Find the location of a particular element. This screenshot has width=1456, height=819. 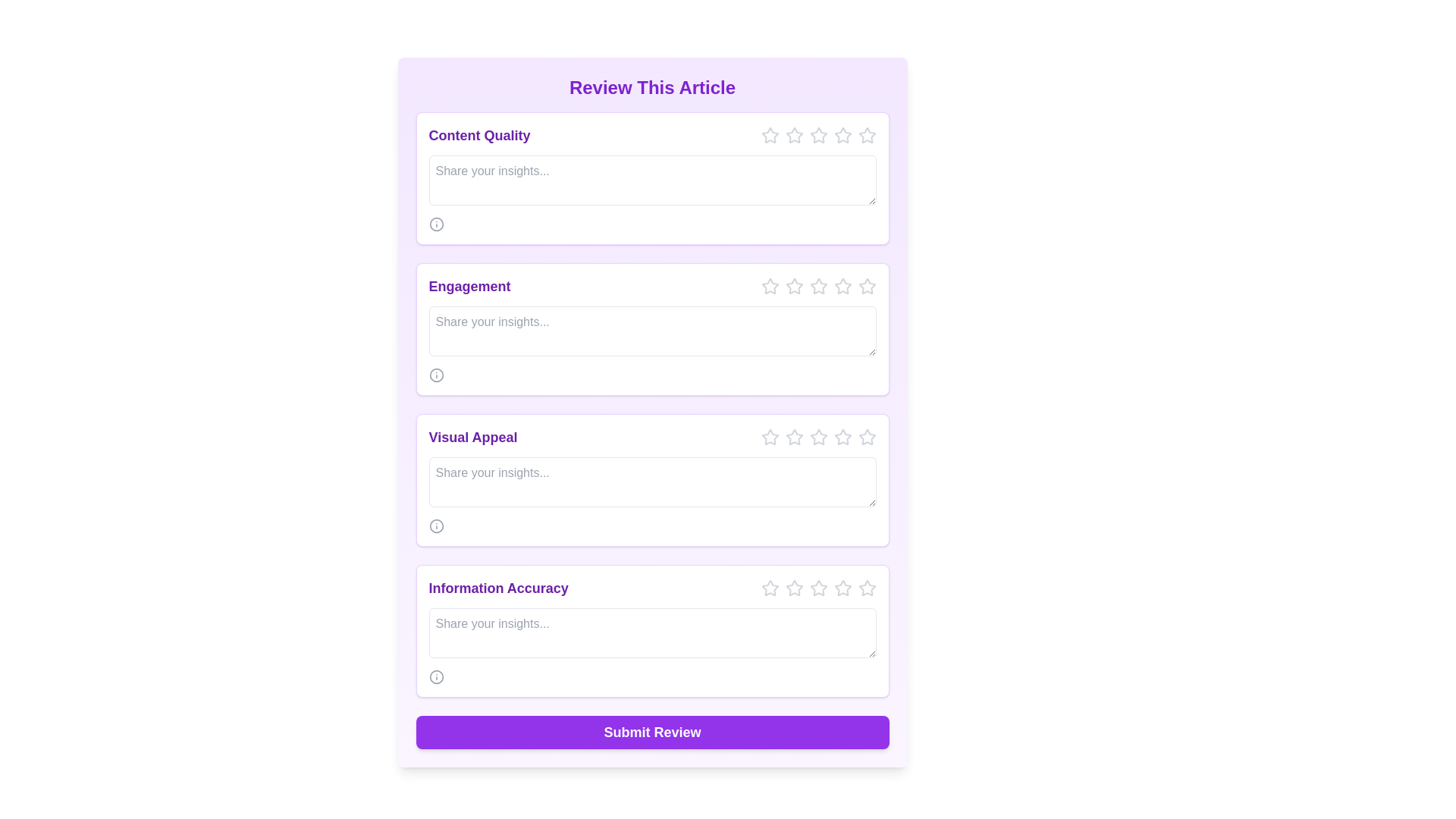

the fifth gray star icon in the 'Content Quality' section of the user review form is located at coordinates (842, 134).